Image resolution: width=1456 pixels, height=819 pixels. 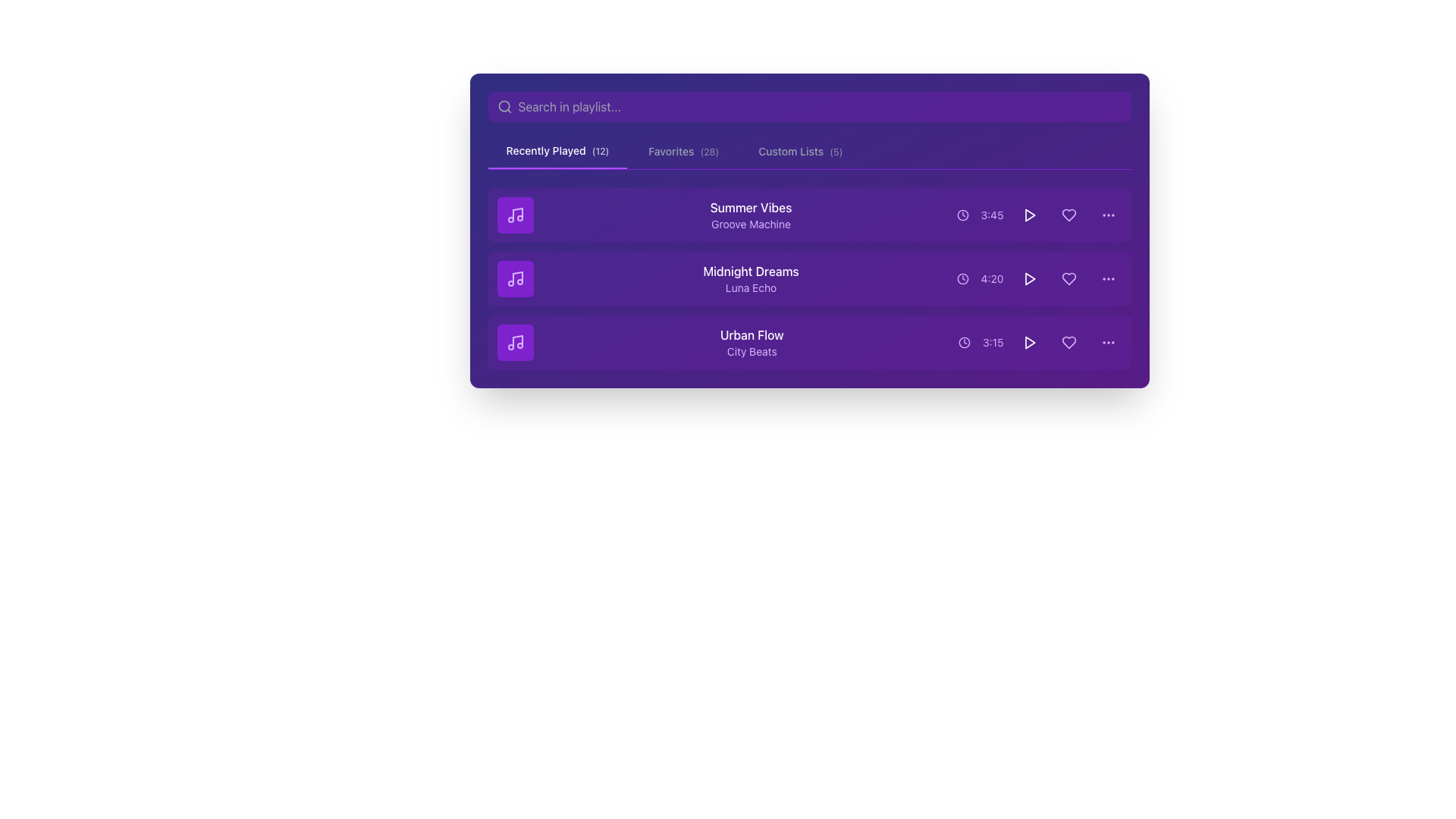 What do you see at coordinates (808, 152) in the screenshot?
I see `the Navigation menu located at the top portion of the interface` at bounding box center [808, 152].